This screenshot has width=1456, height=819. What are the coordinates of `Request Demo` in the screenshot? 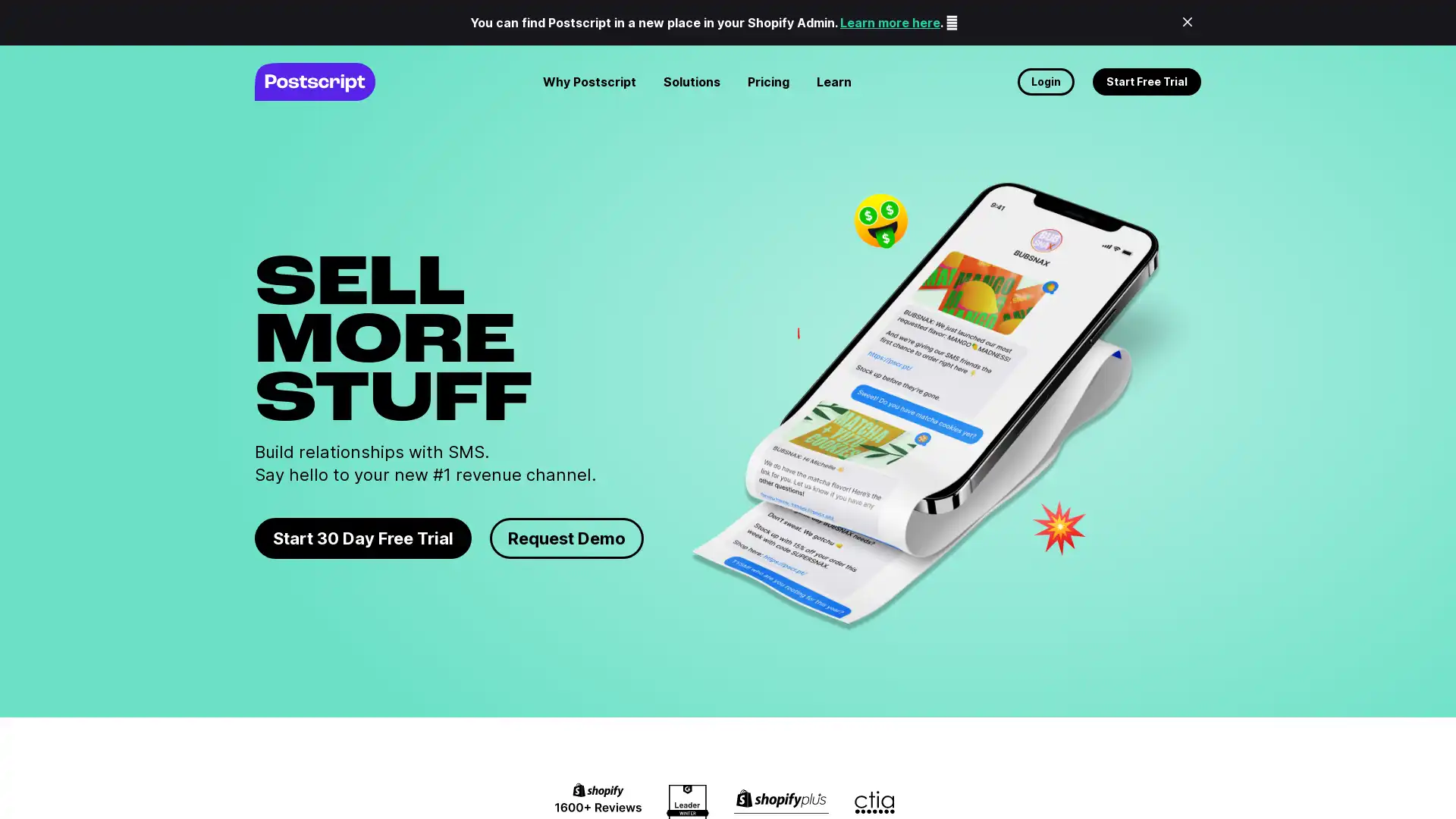 It's located at (566, 537).